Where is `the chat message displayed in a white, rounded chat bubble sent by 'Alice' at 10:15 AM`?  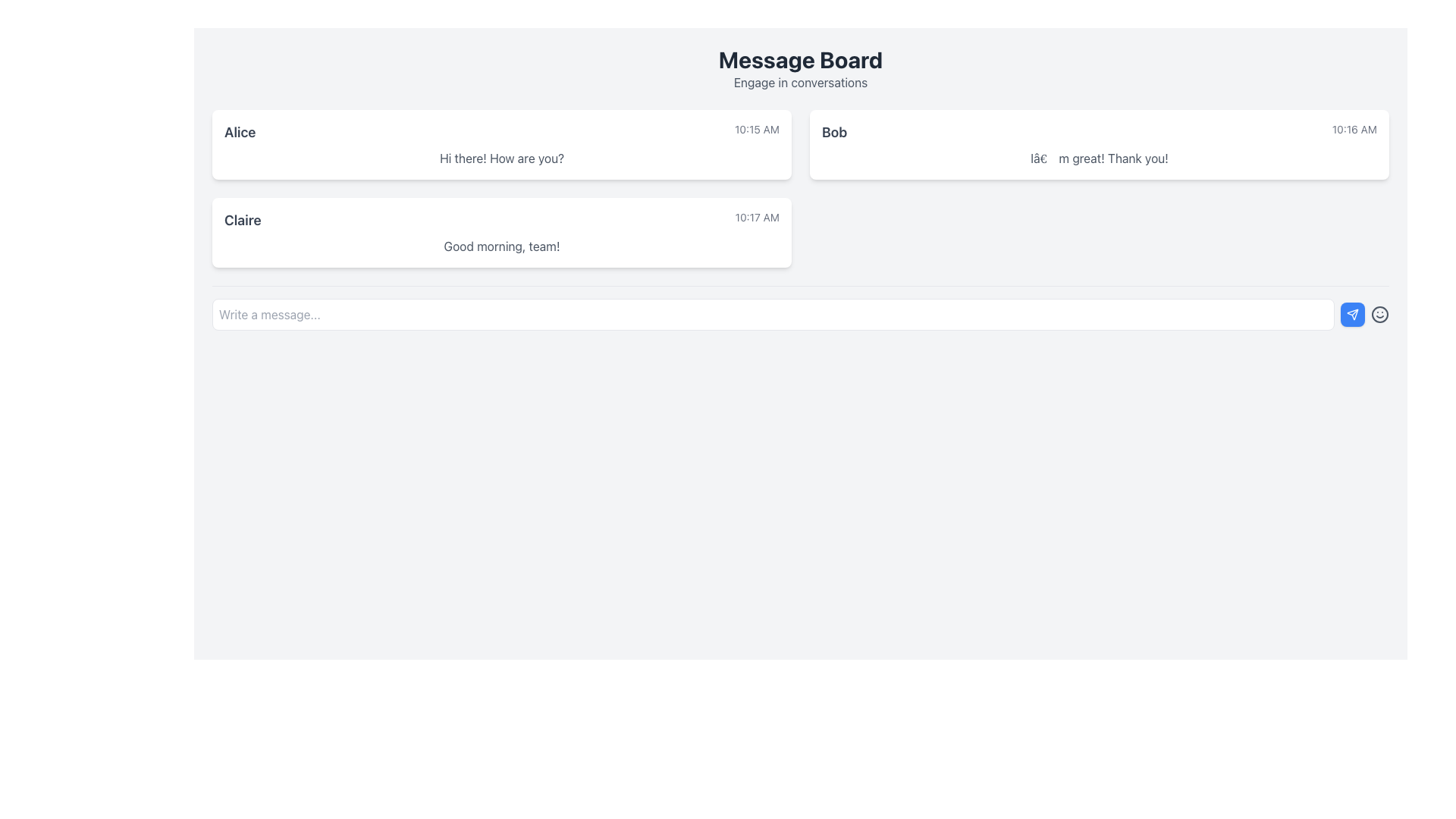
the chat message displayed in a white, rounded chat bubble sent by 'Alice' at 10:15 AM is located at coordinates (502, 158).